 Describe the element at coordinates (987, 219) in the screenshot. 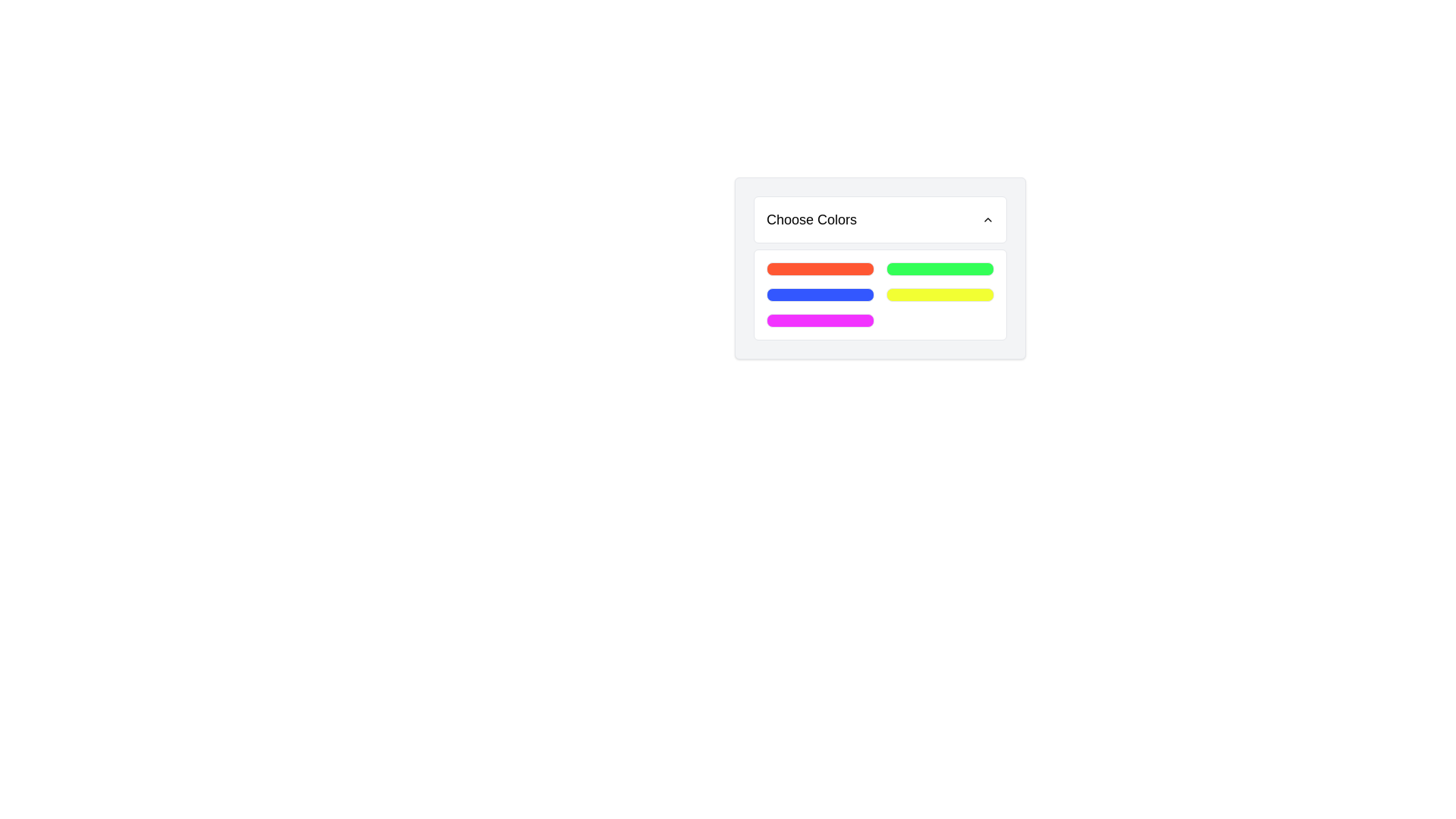

I see `the Chevron Up icon located in the 'Choose Colors' section` at that location.